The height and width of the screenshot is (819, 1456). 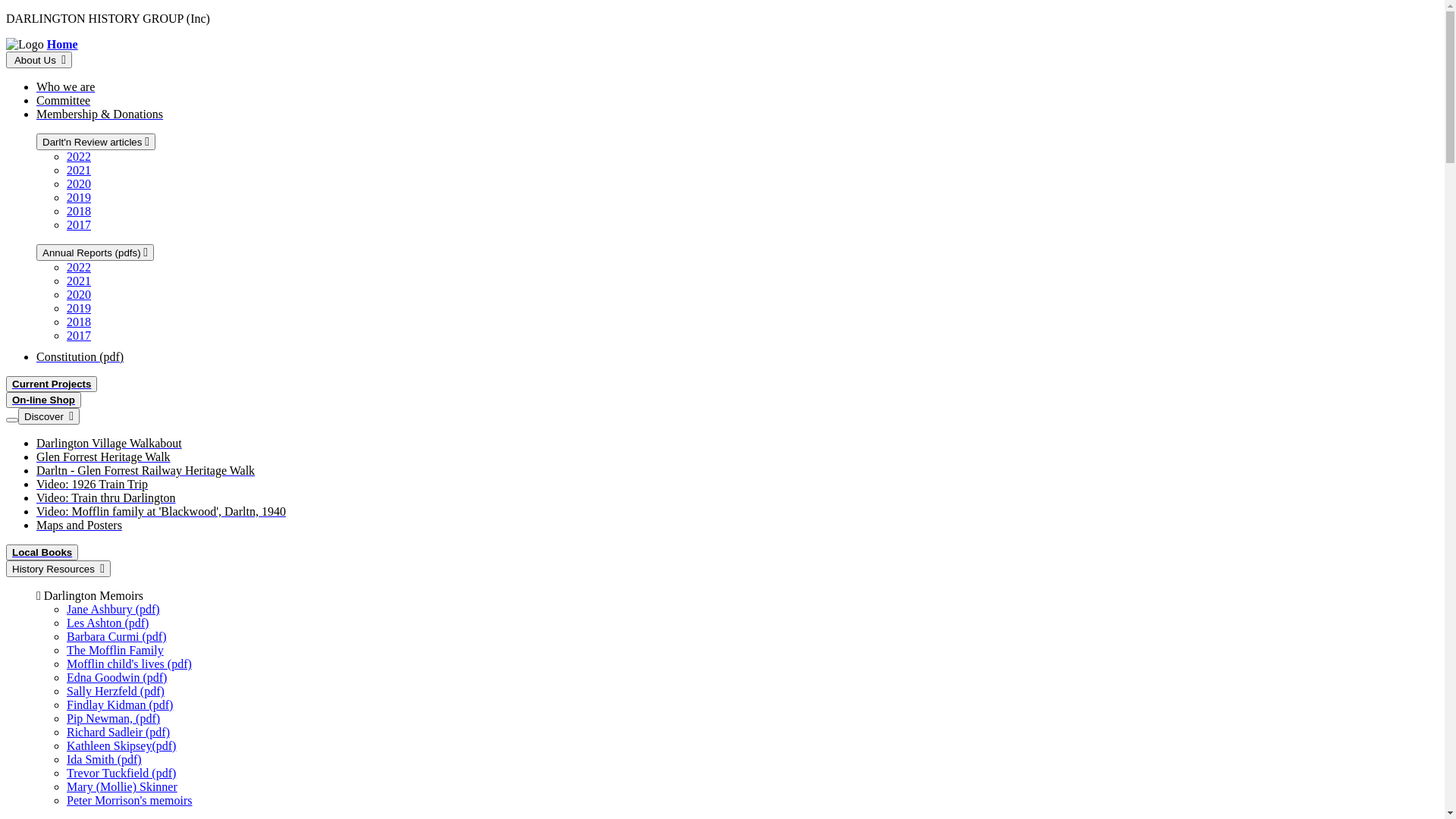 What do you see at coordinates (65, 649) in the screenshot?
I see `'The Mofflin Family'` at bounding box center [65, 649].